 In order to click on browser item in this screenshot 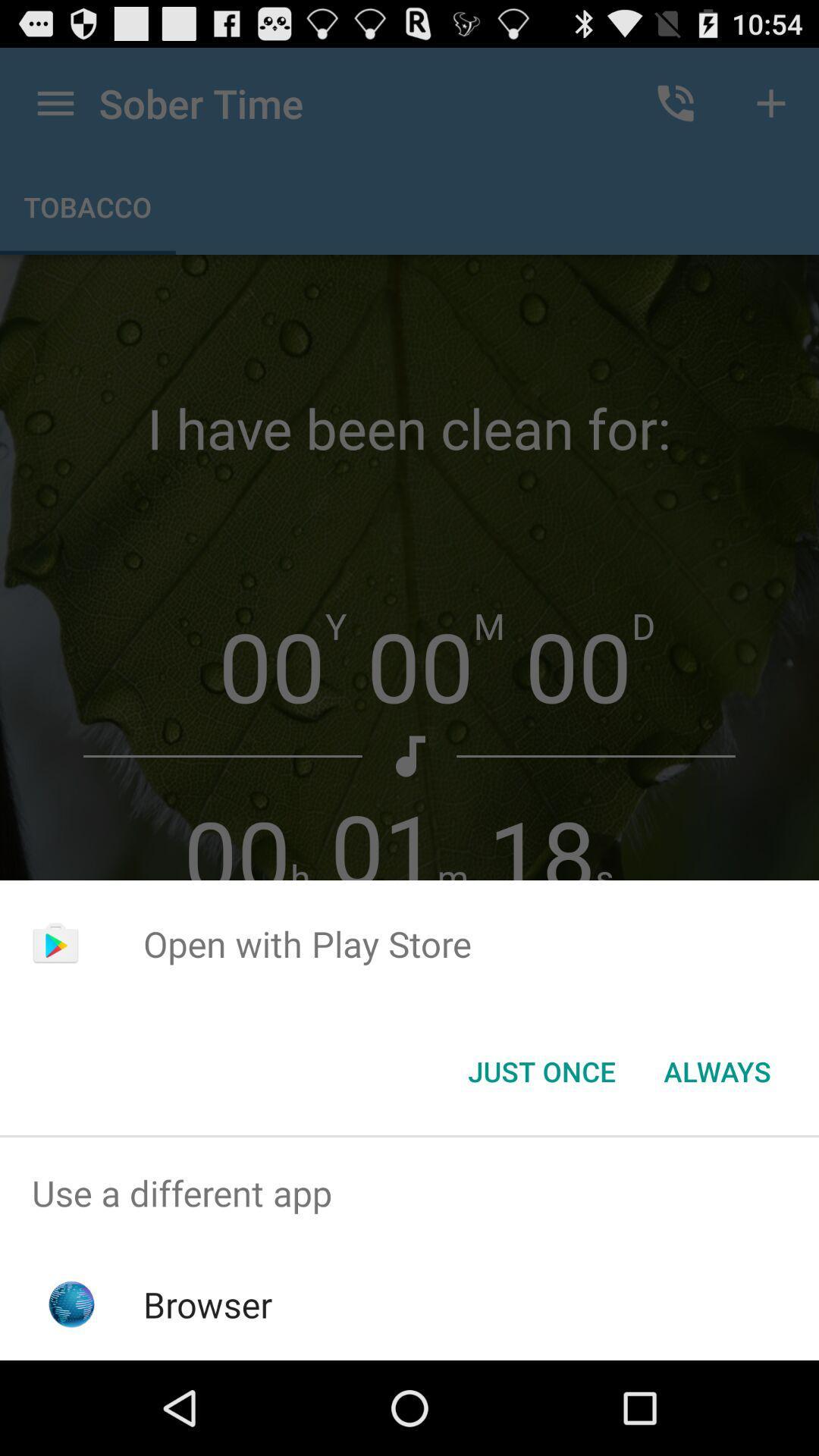, I will do `click(208, 1304)`.